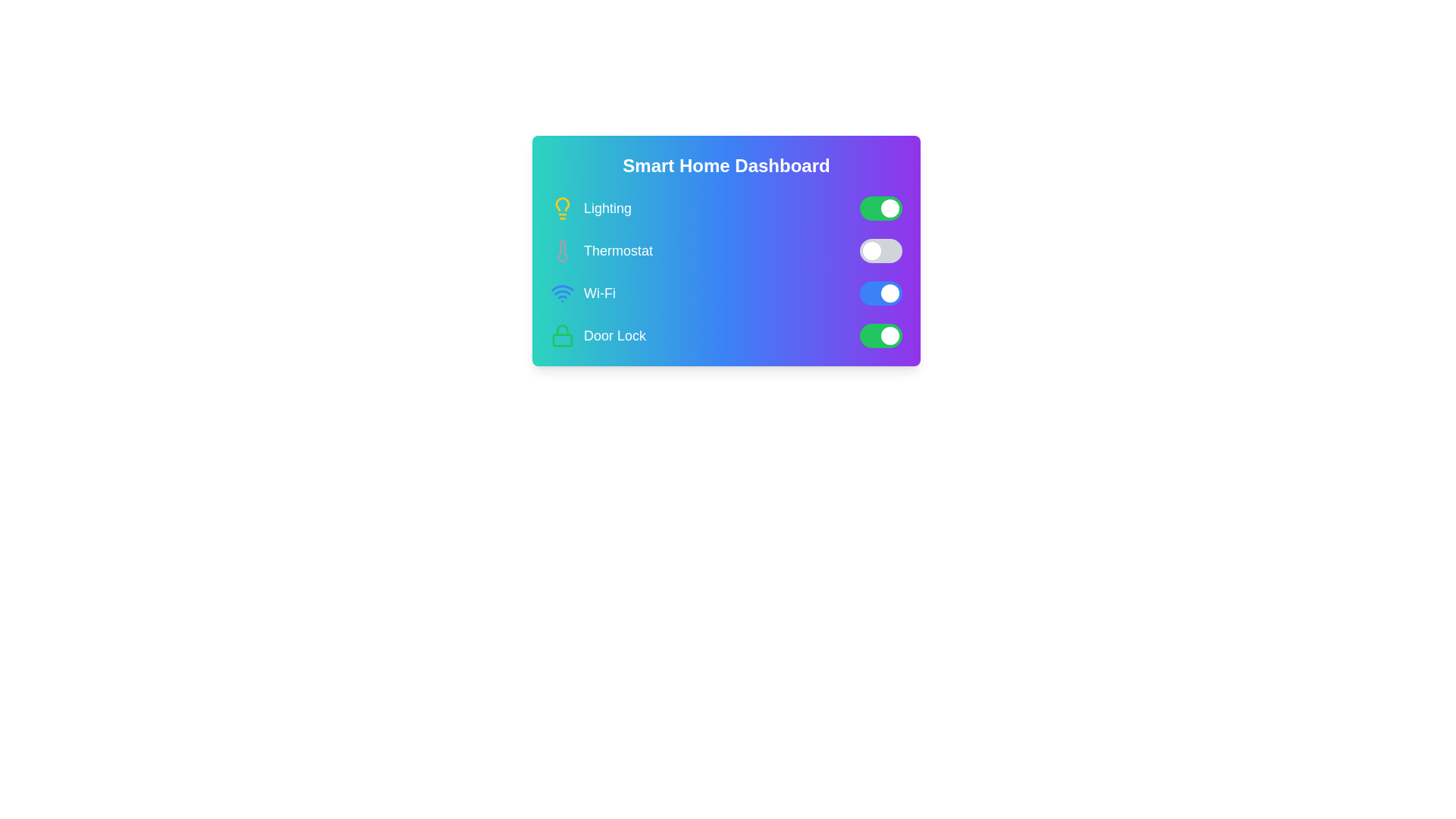  I want to click on the Label with a green lock icon and the text 'Door Lock' located at the bottom left corner of the Smart Home Dashboard controls, so click(597, 335).